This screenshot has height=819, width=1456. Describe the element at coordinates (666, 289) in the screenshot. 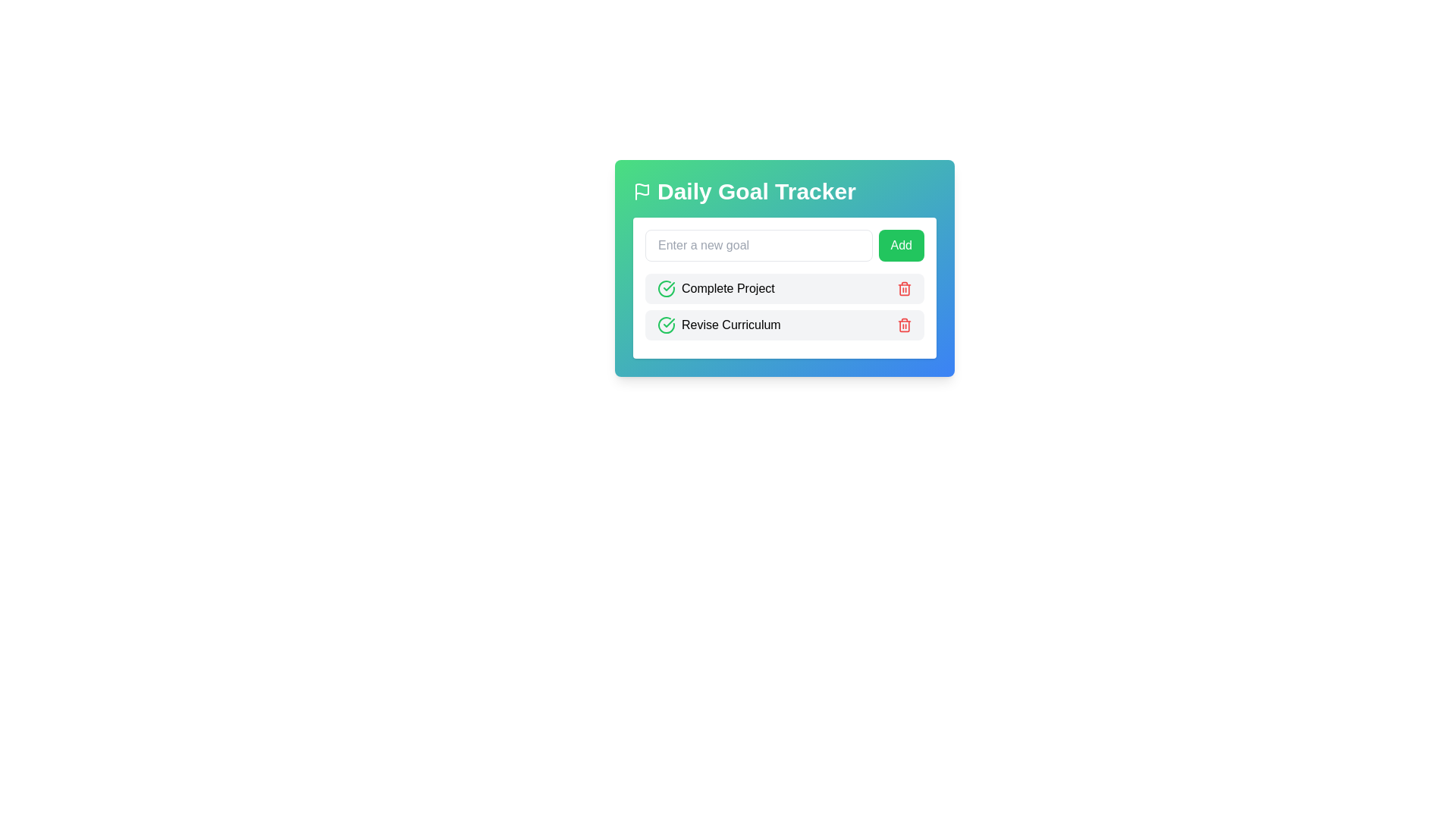

I see `the SVG icon representing the completion status of the 'Revise Curriculum' task in the 'Daily Goal Tracker' interface` at that location.